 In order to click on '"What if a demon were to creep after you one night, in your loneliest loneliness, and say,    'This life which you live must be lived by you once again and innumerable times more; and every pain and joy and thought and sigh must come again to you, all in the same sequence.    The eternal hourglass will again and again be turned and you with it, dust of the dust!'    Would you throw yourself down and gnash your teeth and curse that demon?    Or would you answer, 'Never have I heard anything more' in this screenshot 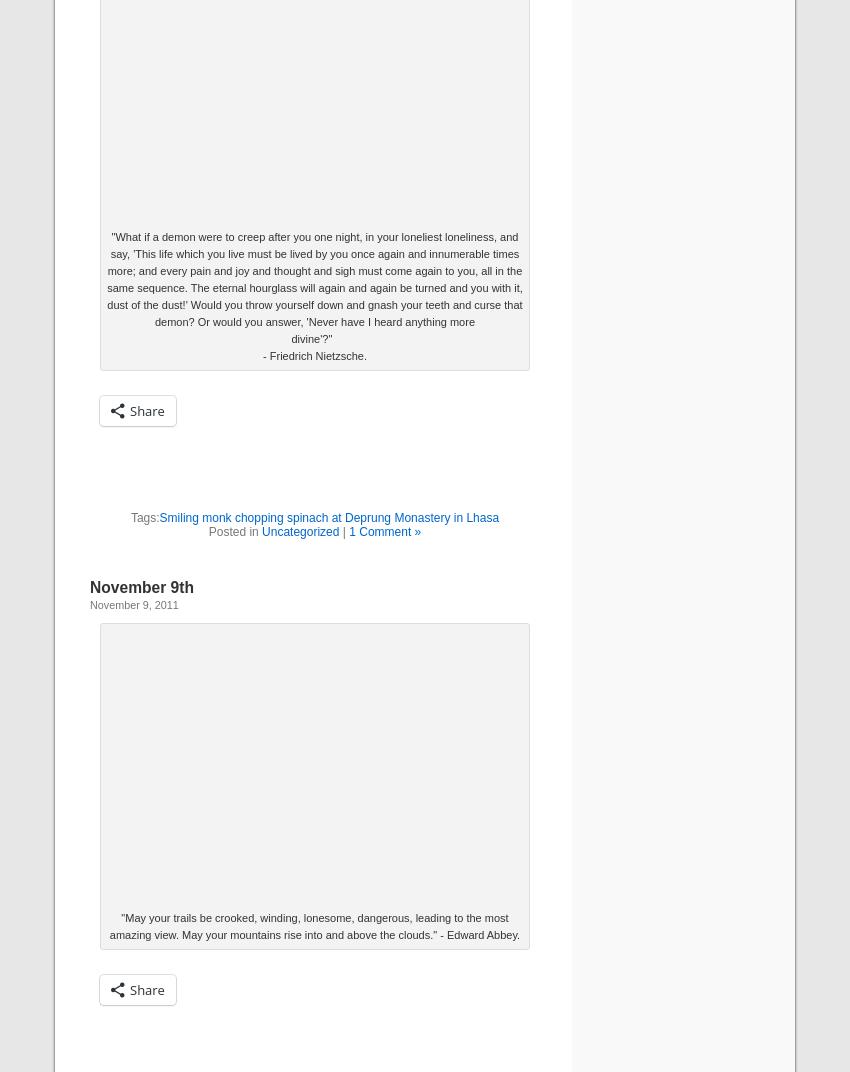, I will do `click(106, 278)`.